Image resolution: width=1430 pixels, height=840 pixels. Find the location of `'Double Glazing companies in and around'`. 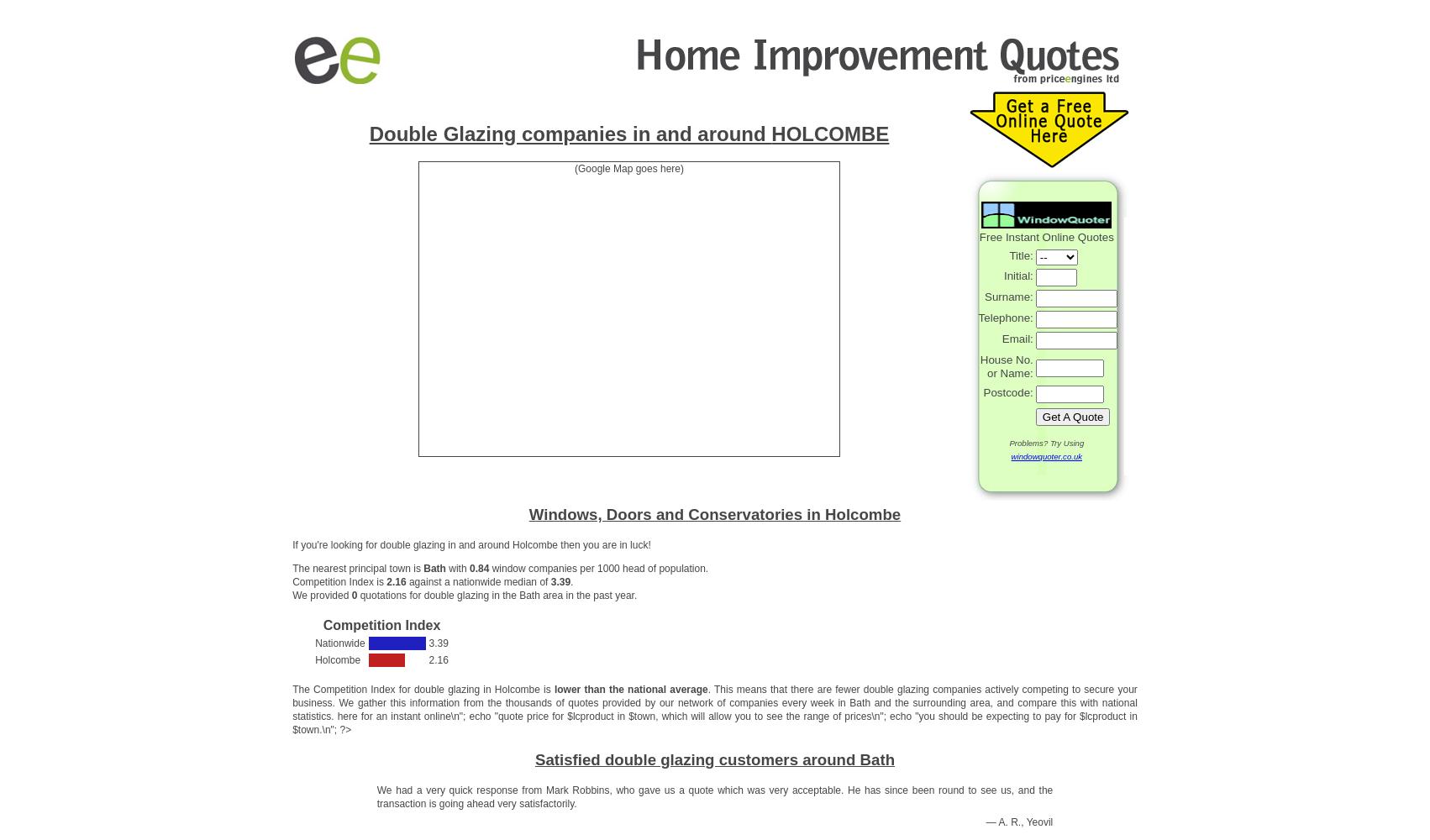

'Double Glazing companies in and around' is located at coordinates (570, 133).